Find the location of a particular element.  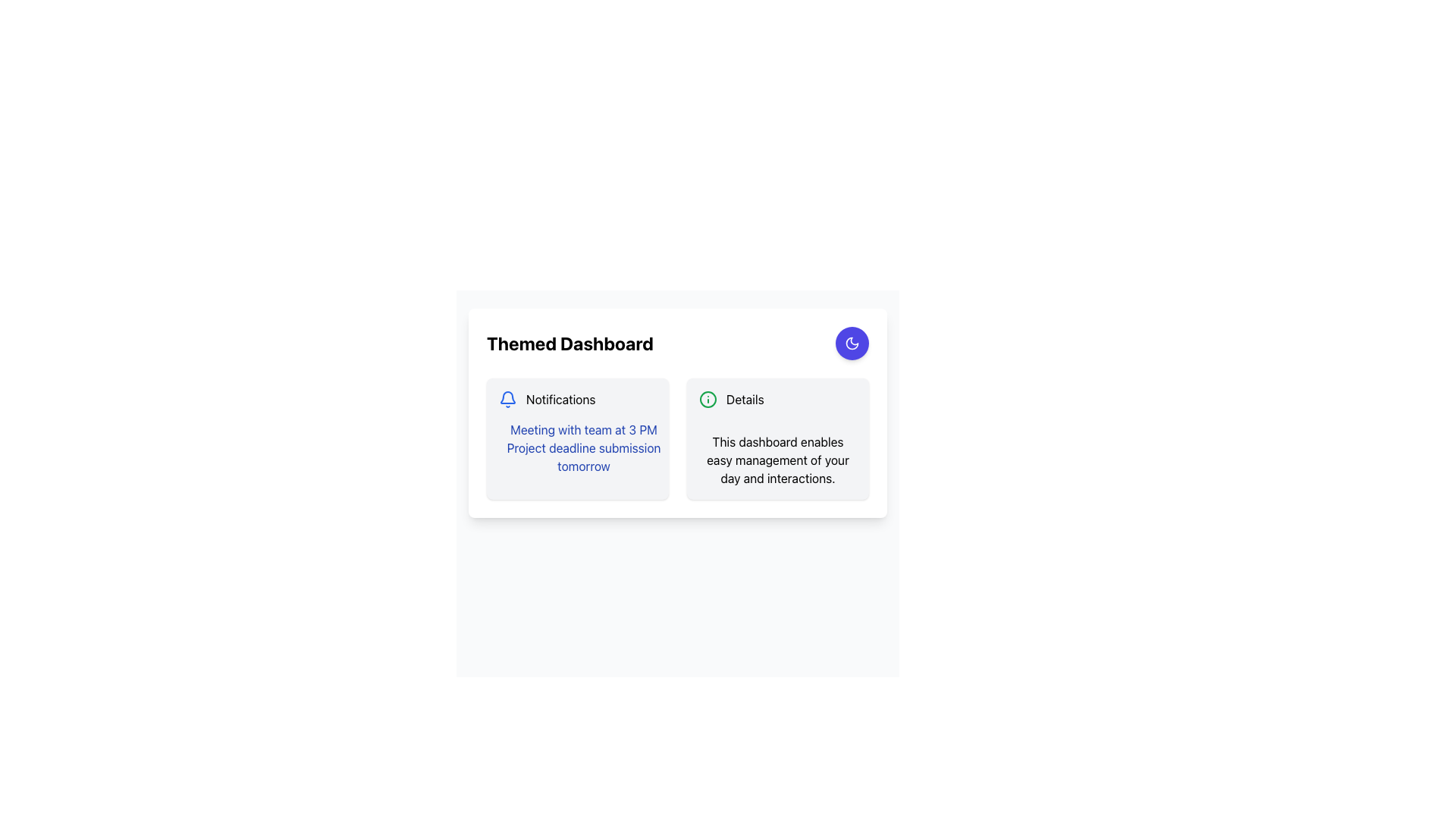

the 'Details' text label, which is styled in a standard sans-serif font and is located next to a circular green icon with an 'i' symbol, in the right section of a card-like layout within the dashboard interface is located at coordinates (745, 399).